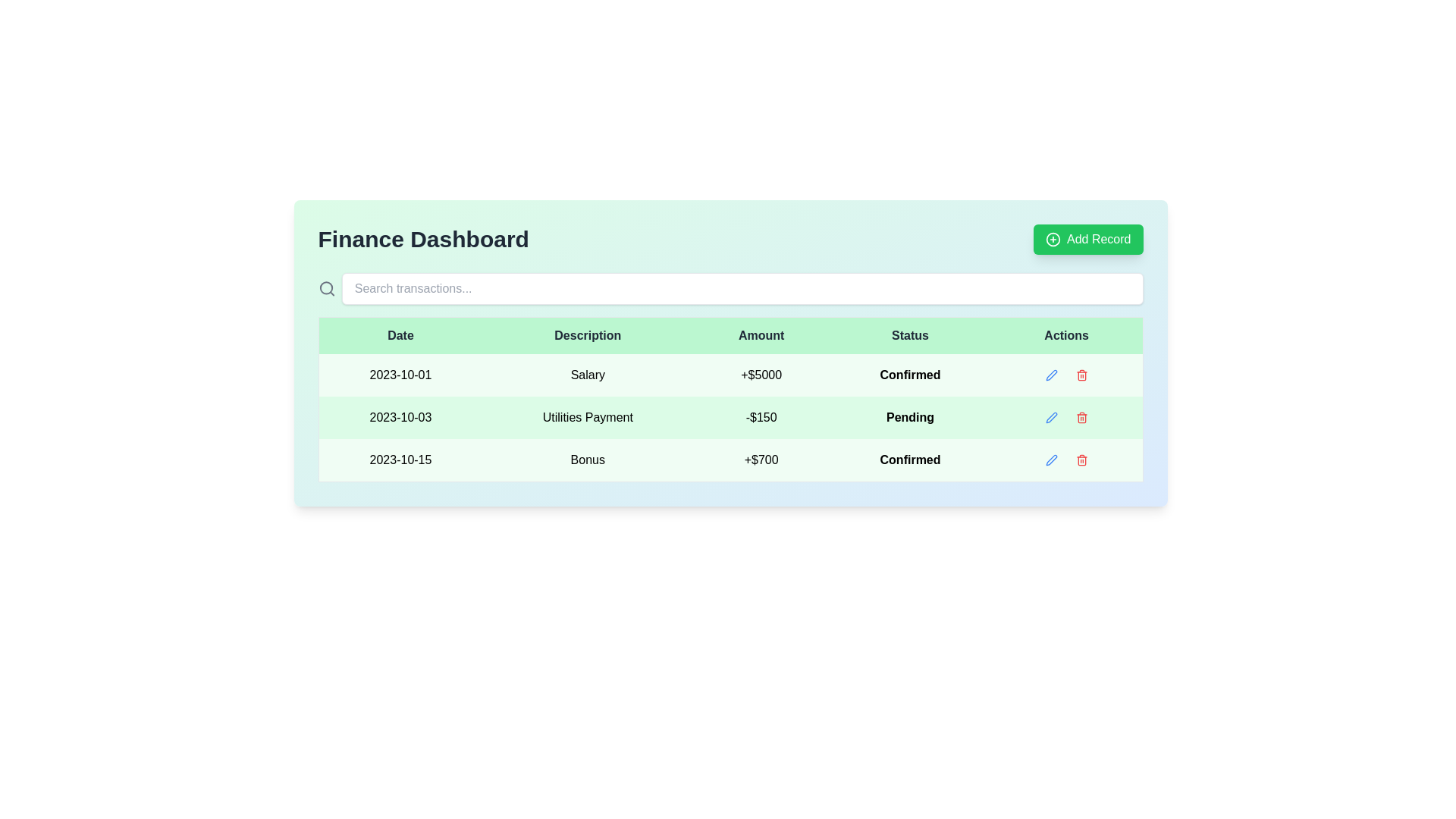 The width and height of the screenshot is (1456, 819). Describe the element at coordinates (325, 288) in the screenshot. I see `the circular search icon resembling a magnifying glass, which is located to the left of the search input box in the interface header` at that location.